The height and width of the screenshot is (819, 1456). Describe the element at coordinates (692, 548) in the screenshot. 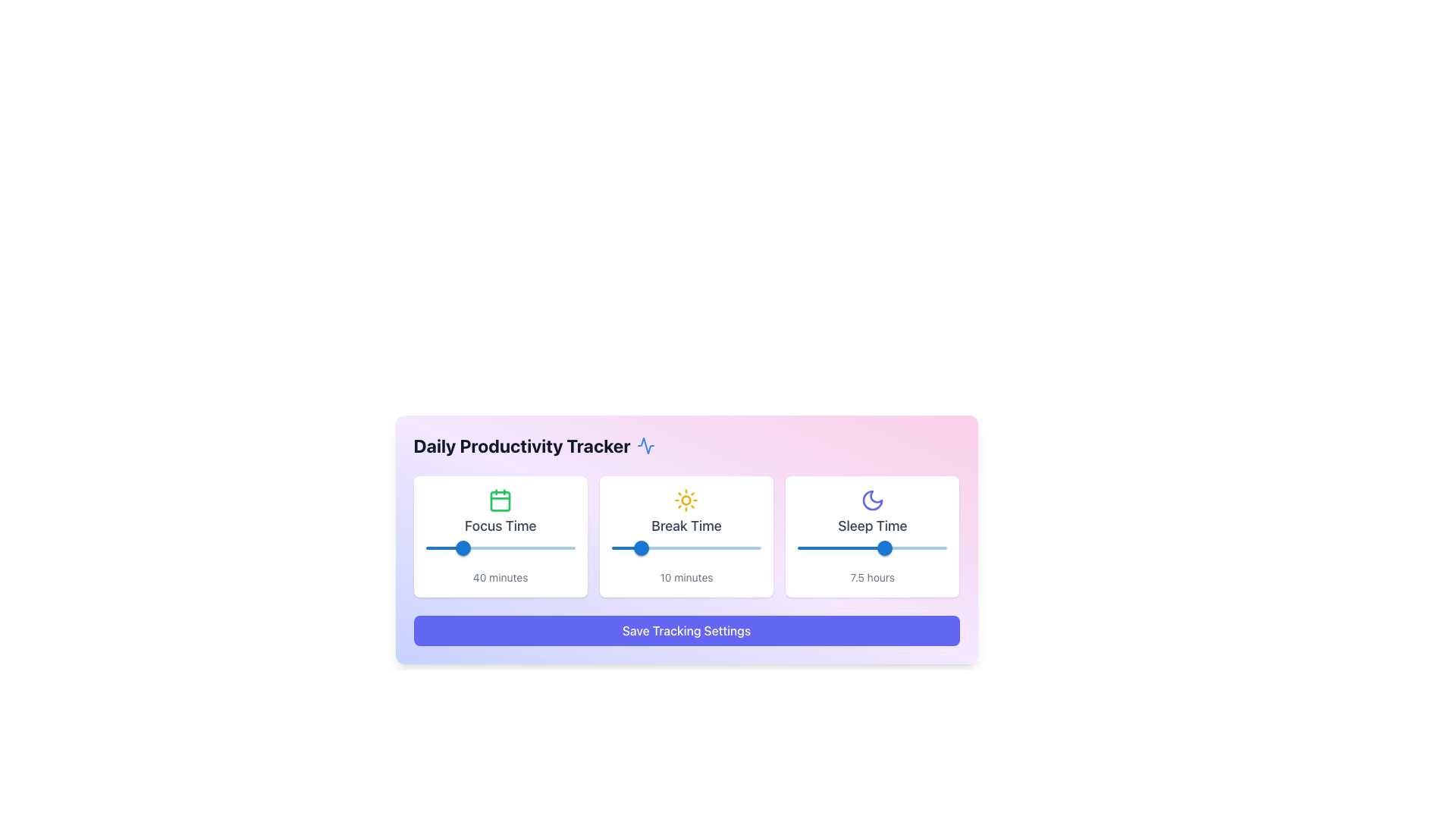

I see `break time` at that location.